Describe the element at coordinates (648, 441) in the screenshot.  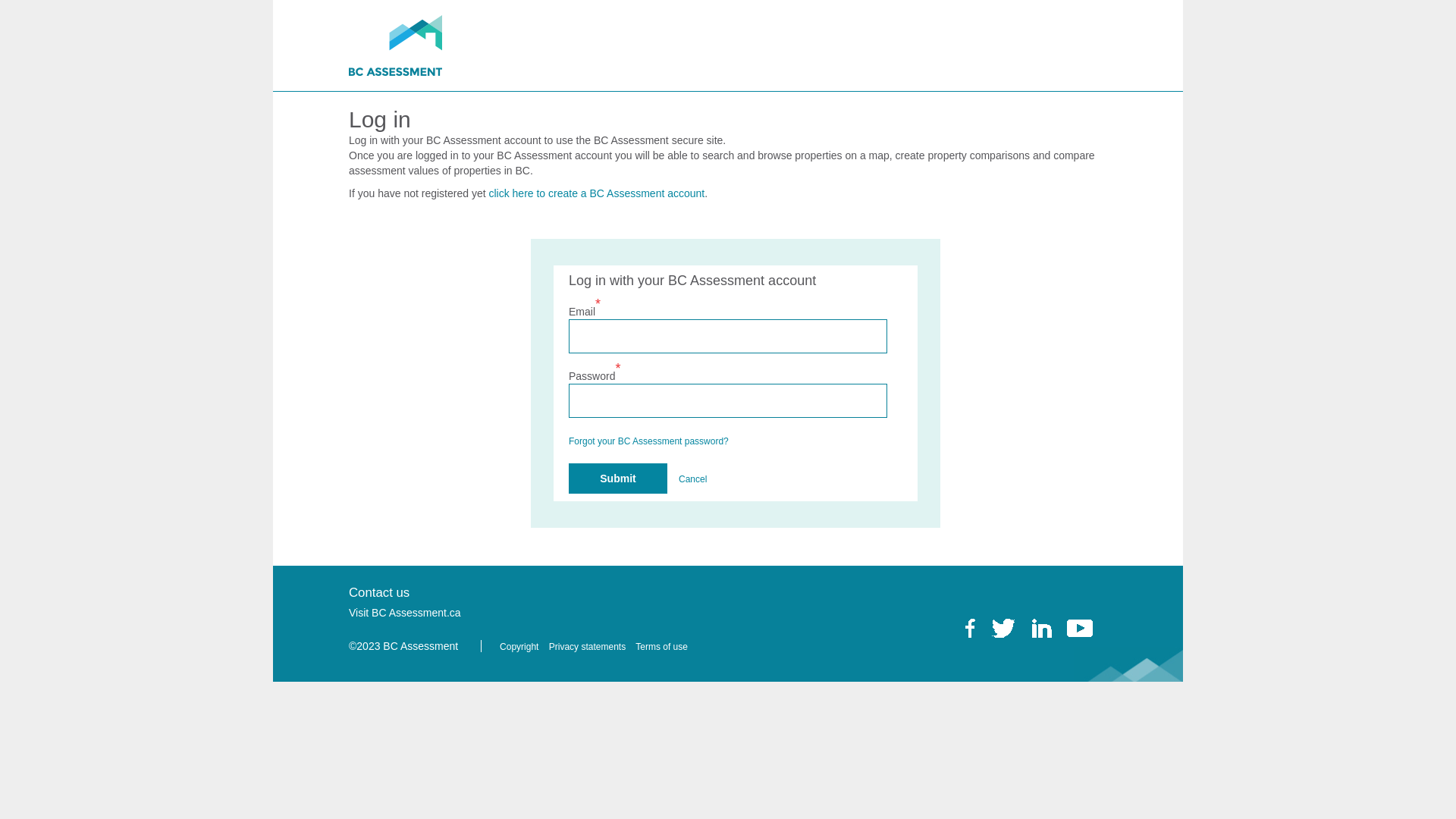
I see `'Forgot your BC Assessment password?'` at that location.